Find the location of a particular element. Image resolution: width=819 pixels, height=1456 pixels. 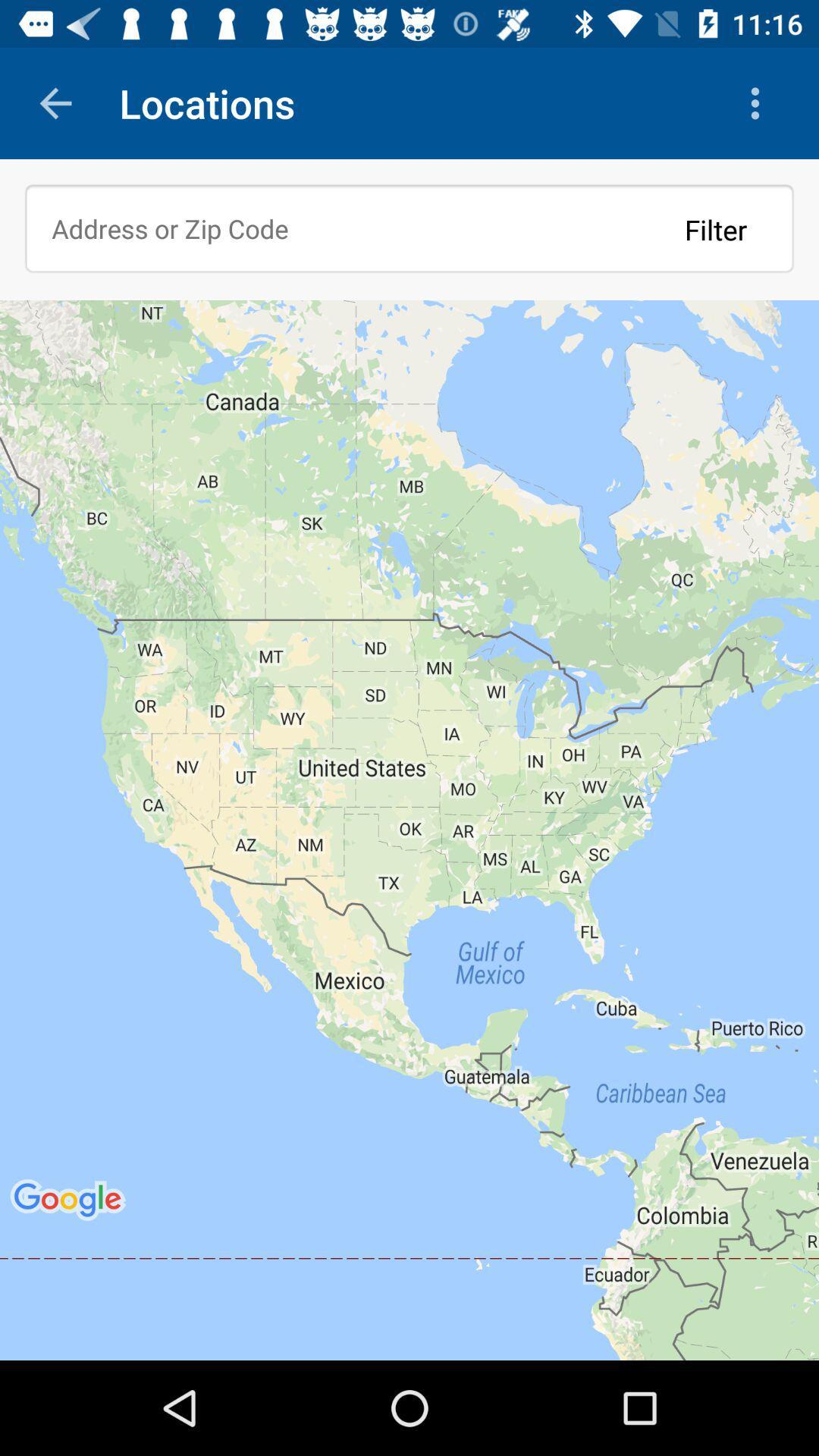

app to the right of the locations icon is located at coordinates (759, 102).